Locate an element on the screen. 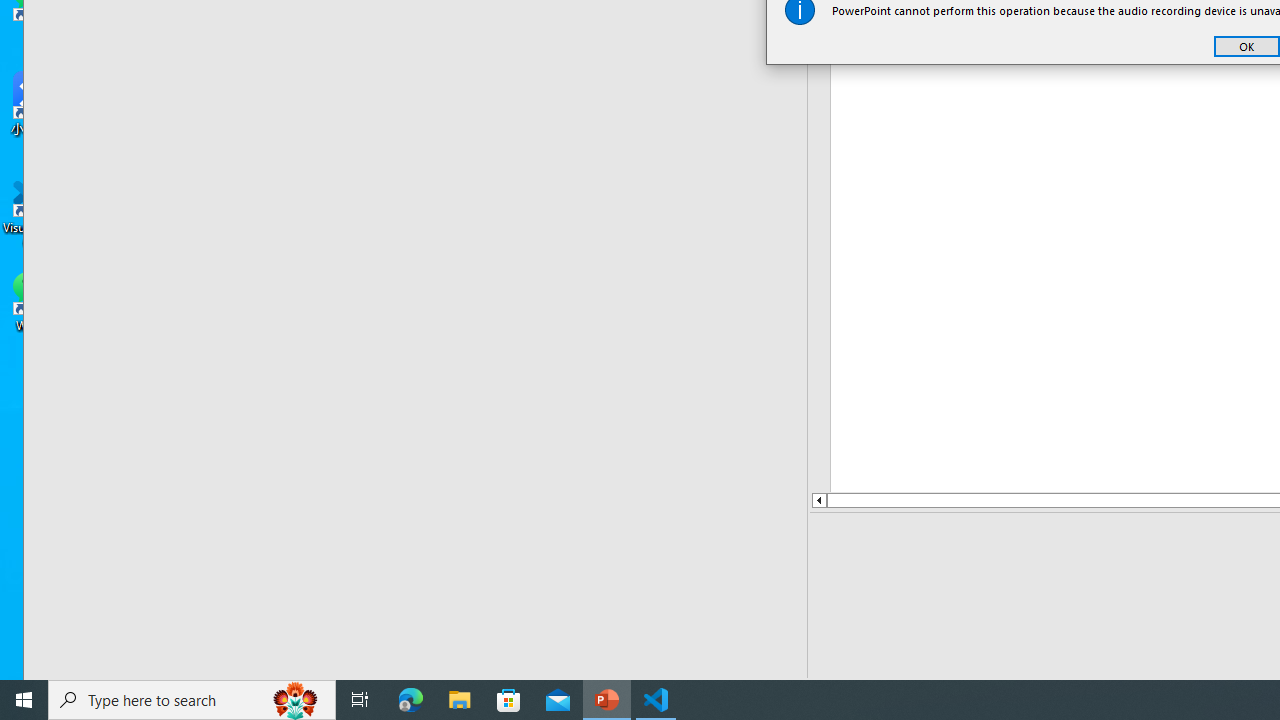 This screenshot has width=1280, height=720. 'Start' is located at coordinates (24, 698).